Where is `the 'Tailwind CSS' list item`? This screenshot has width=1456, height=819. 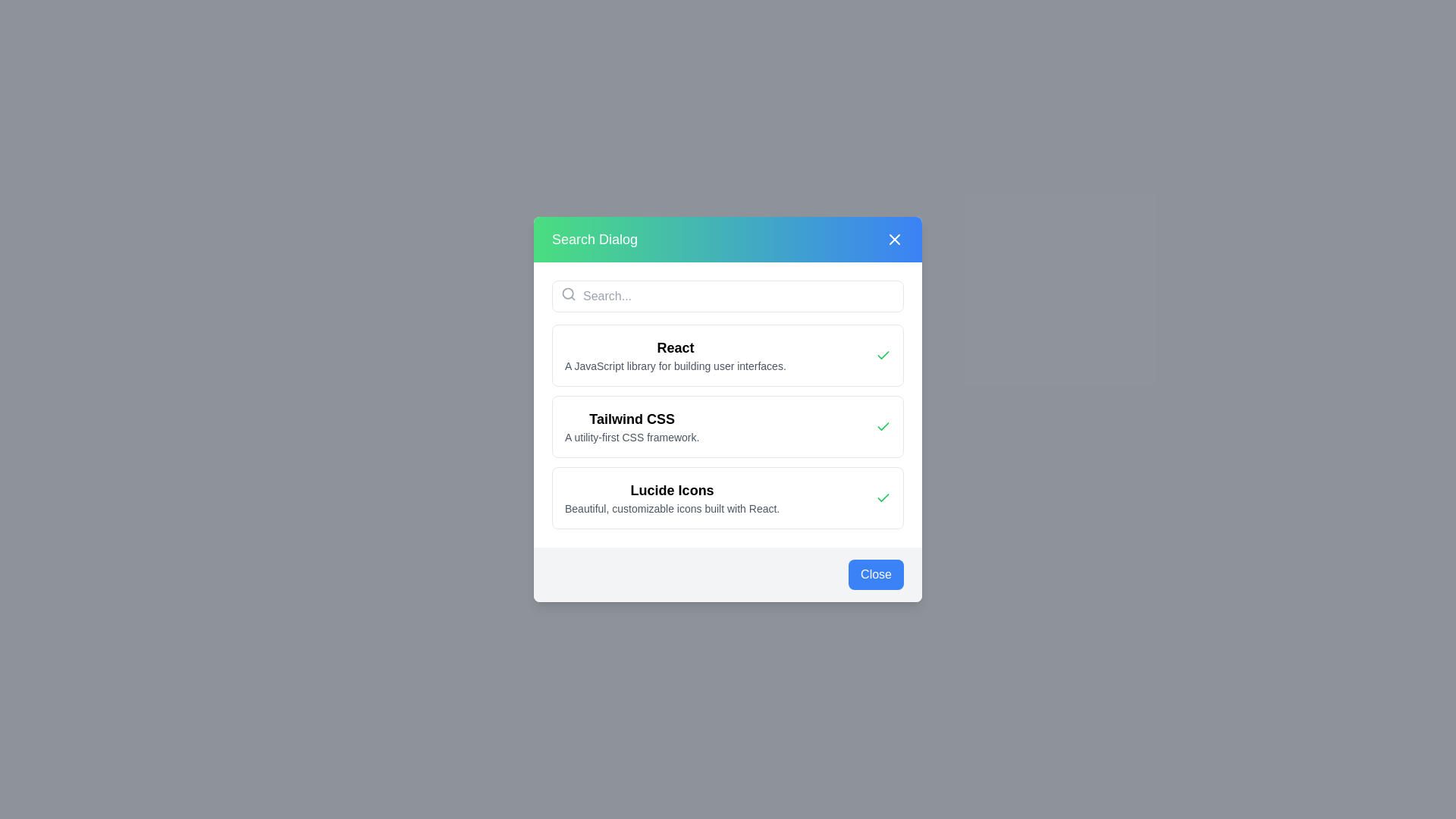
the 'Tailwind CSS' list item is located at coordinates (728, 427).